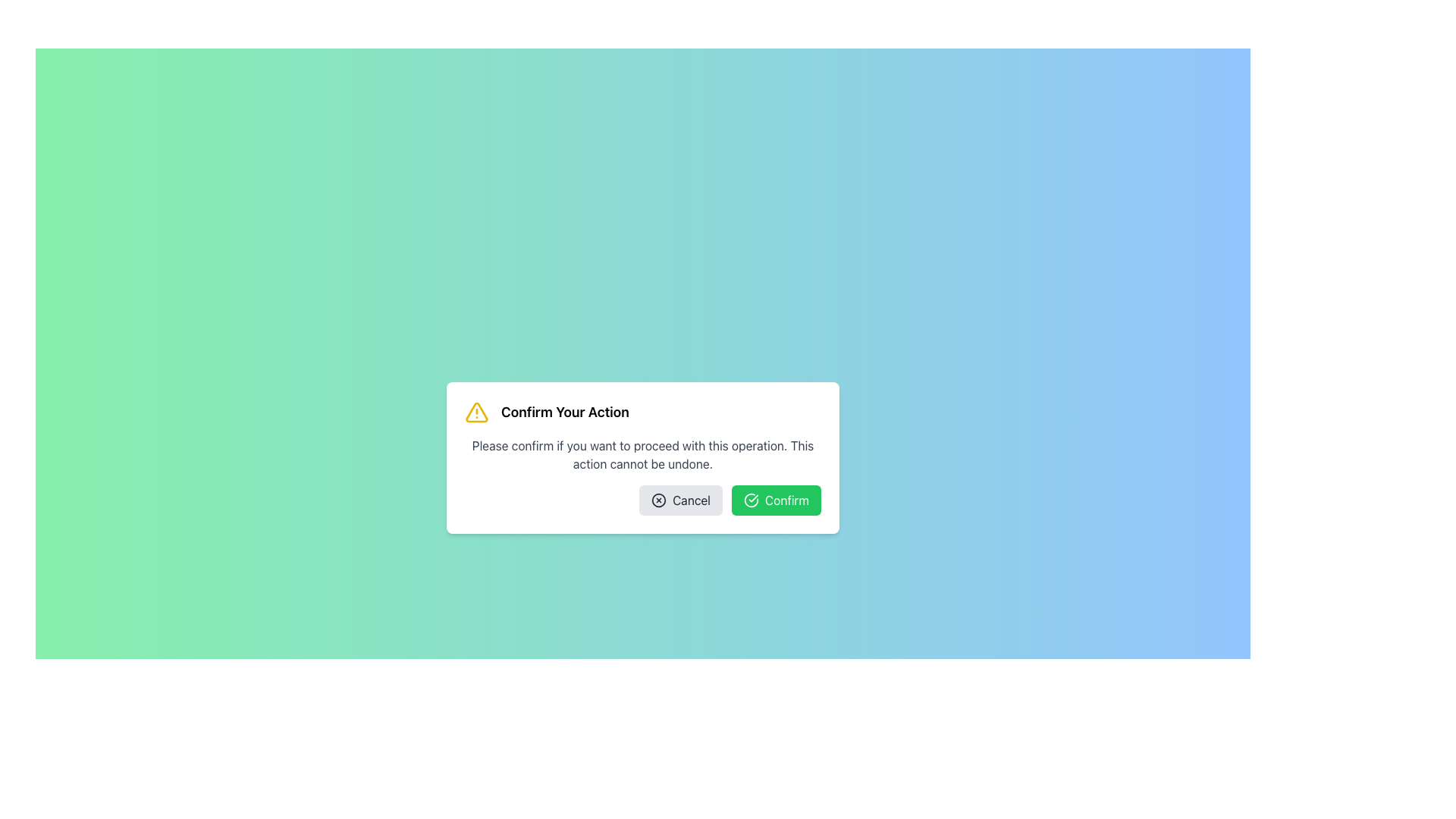 Image resolution: width=1456 pixels, height=819 pixels. What do you see at coordinates (659, 500) in the screenshot?
I see `the circular icon with a cross in its center, located to the left of the 'Cancel' button in the modal window` at bounding box center [659, 500].